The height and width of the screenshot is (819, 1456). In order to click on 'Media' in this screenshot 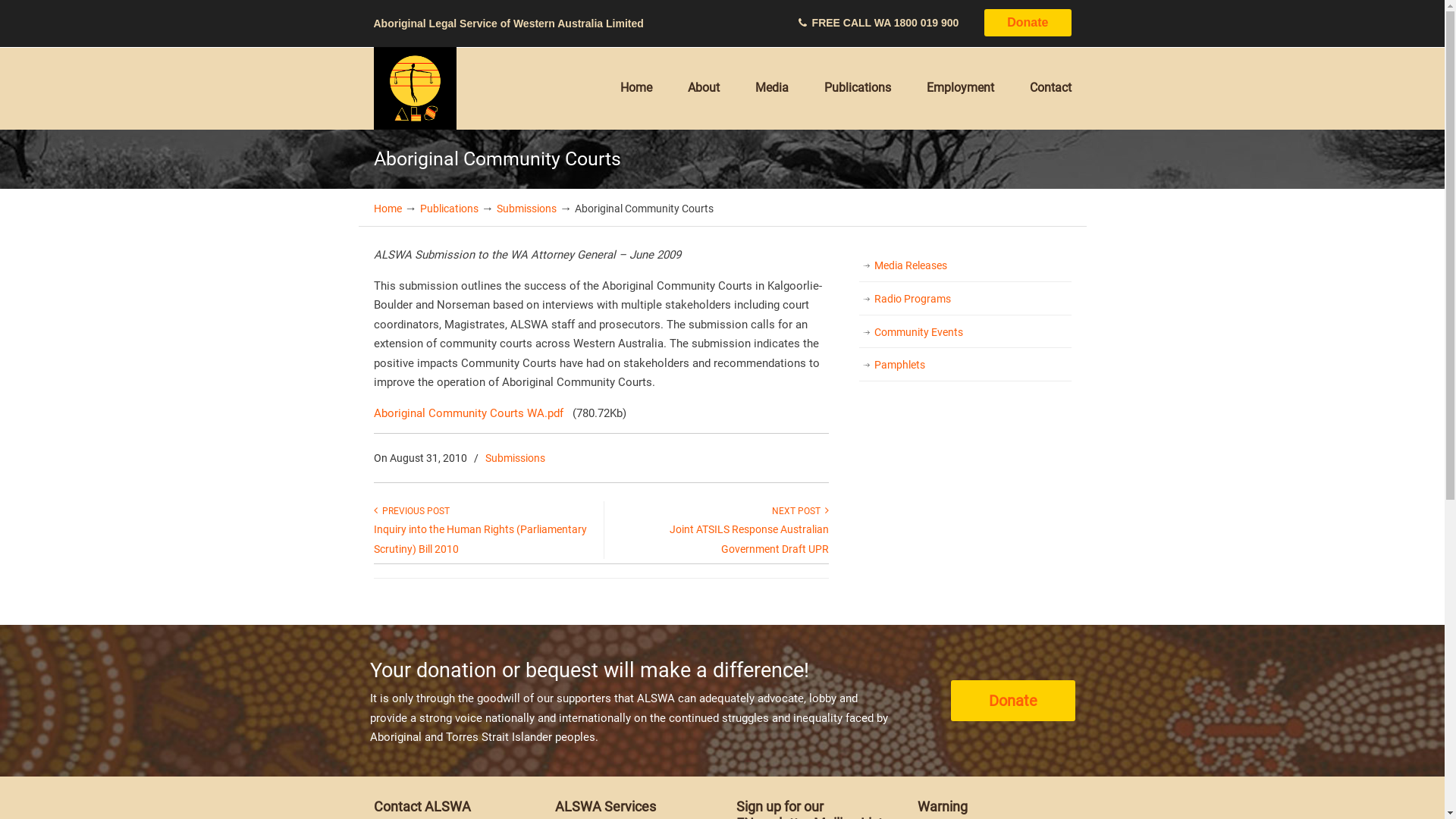, I will do `click(771, 87)`.